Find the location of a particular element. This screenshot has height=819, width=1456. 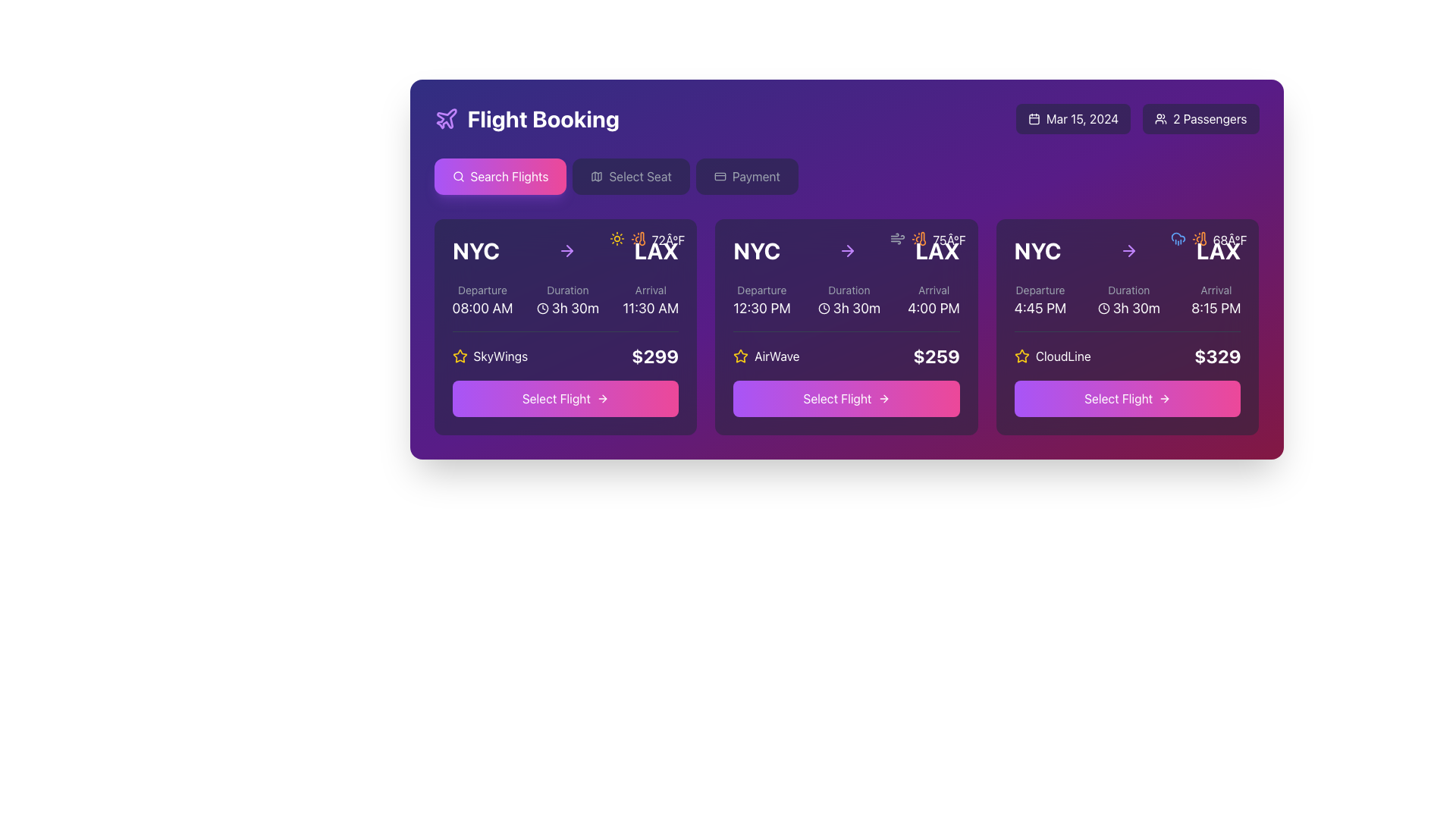

the decorative SVG element located in the payment section's icon cluster on the right side of the action bar is located at coordinates (719, 175).